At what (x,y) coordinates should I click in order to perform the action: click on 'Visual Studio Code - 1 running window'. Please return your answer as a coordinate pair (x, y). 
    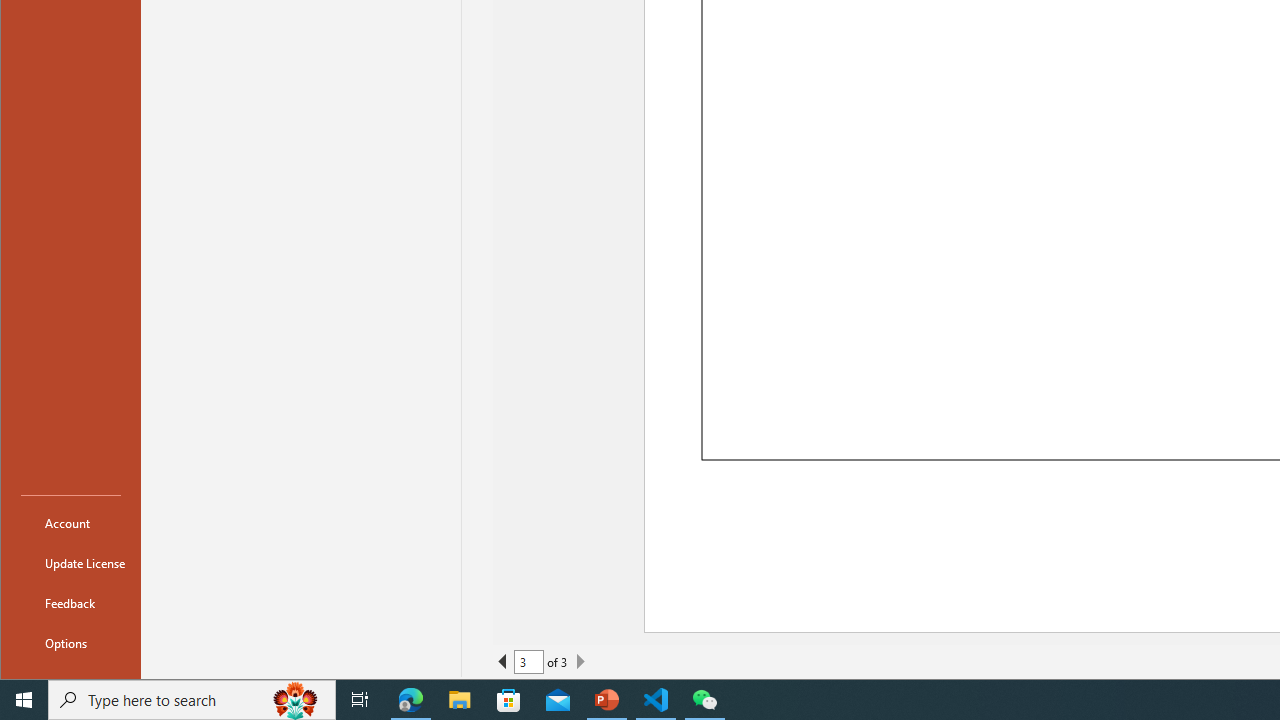
    Looking at the image, I should click on (656, 698).